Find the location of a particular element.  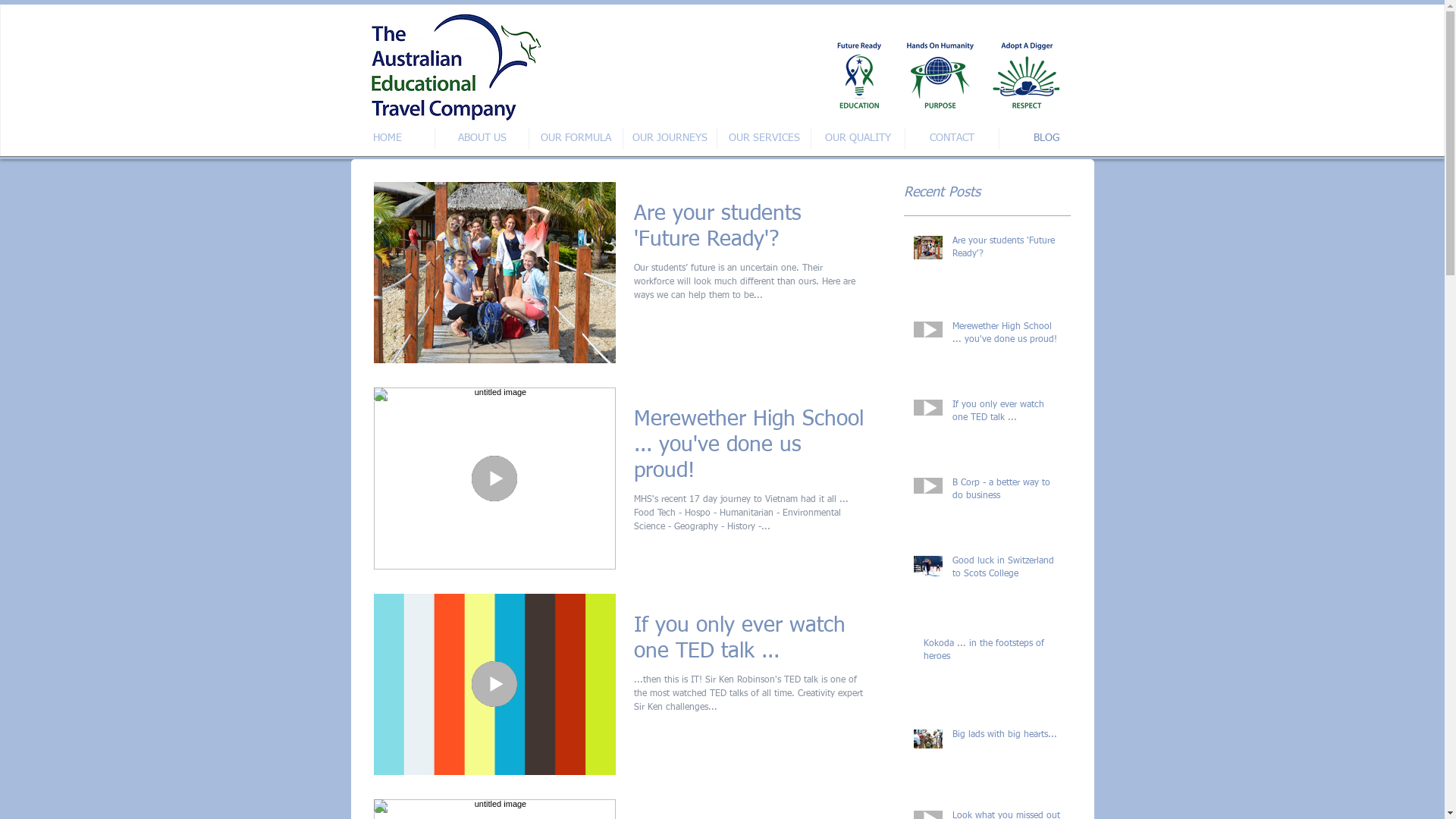

'If you only ever watch one TED talk ...' is located at coordinates (1007, 415).